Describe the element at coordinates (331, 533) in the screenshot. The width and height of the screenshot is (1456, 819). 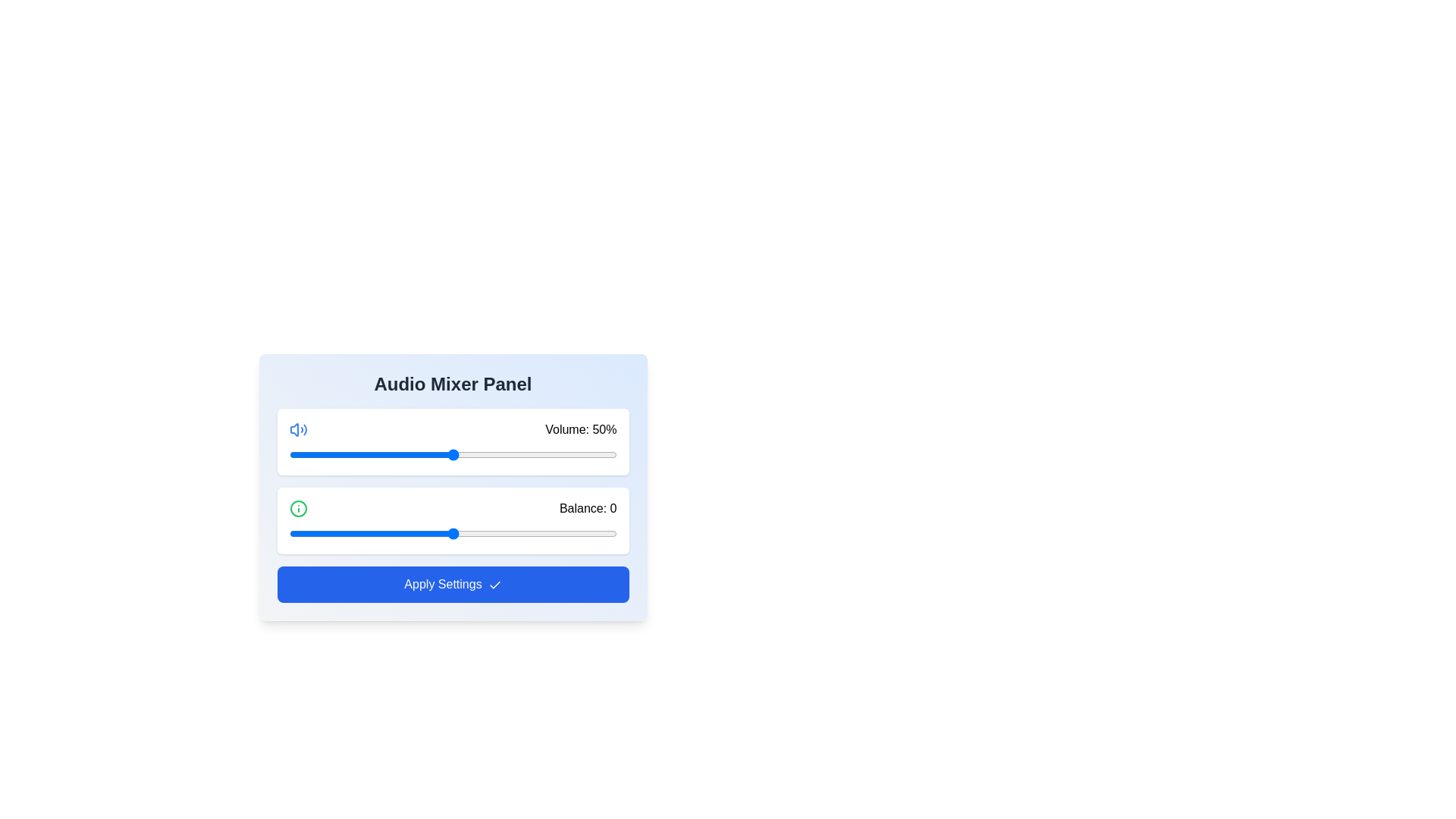
I see `the balance slider to set the balance to -37` at that location.